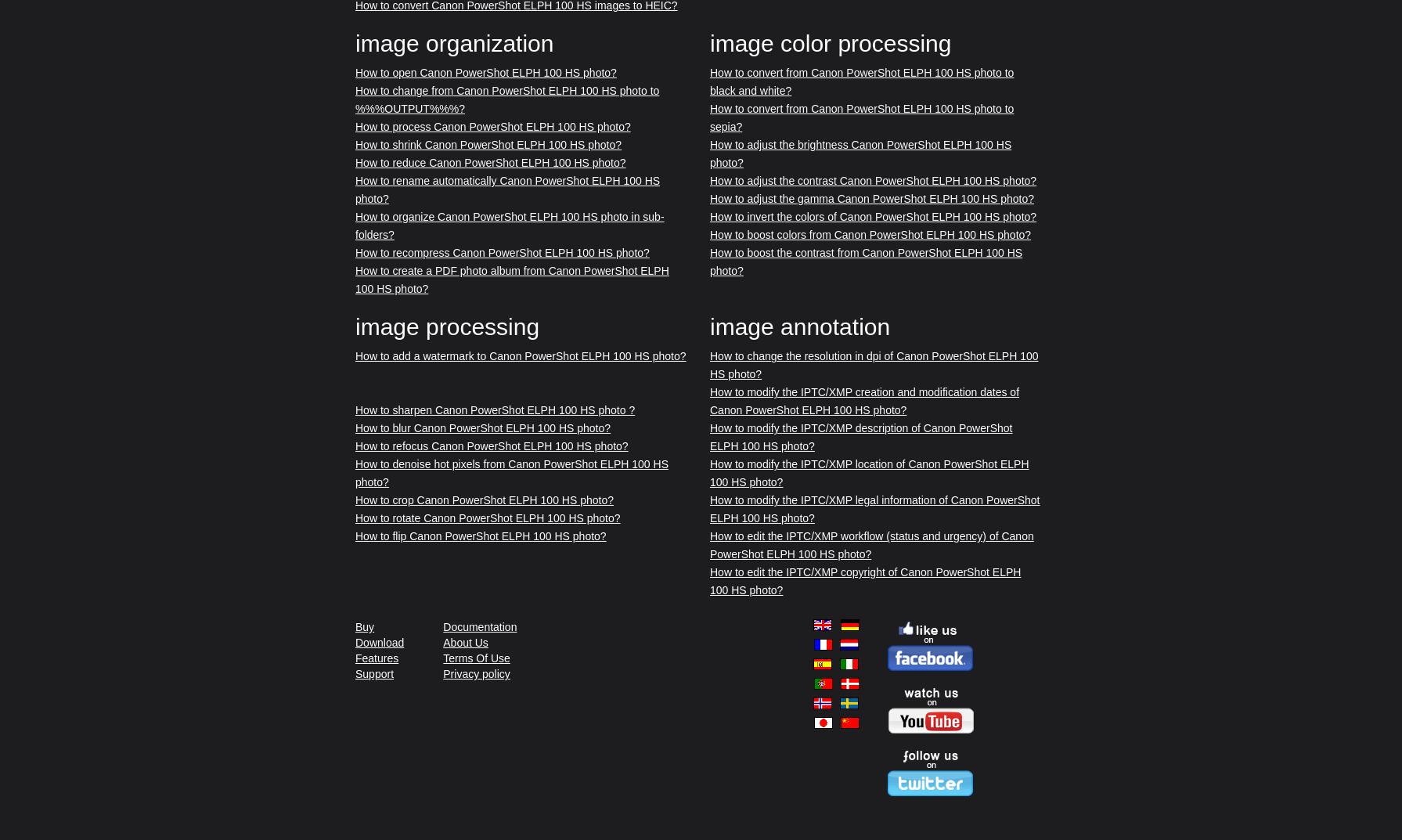 The height and width of the screenshot is (840, 1402). I want to click on 'How to boost colors from  Canon PowerShot ELPH 100 HS photo?', so click(870, 235).